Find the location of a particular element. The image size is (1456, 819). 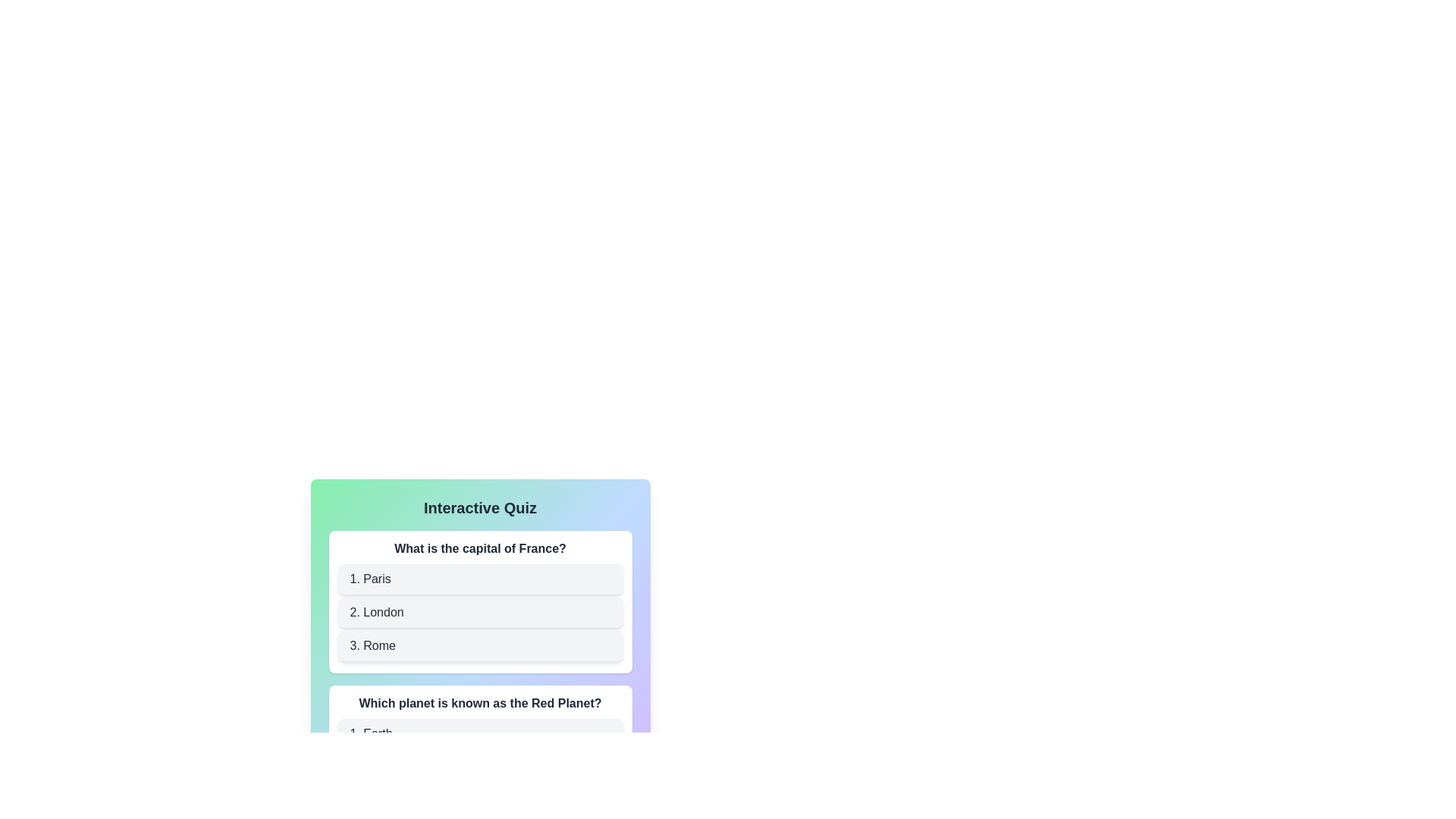

the interactive list item labeled '2. London' is located at coordinates (479, 611).